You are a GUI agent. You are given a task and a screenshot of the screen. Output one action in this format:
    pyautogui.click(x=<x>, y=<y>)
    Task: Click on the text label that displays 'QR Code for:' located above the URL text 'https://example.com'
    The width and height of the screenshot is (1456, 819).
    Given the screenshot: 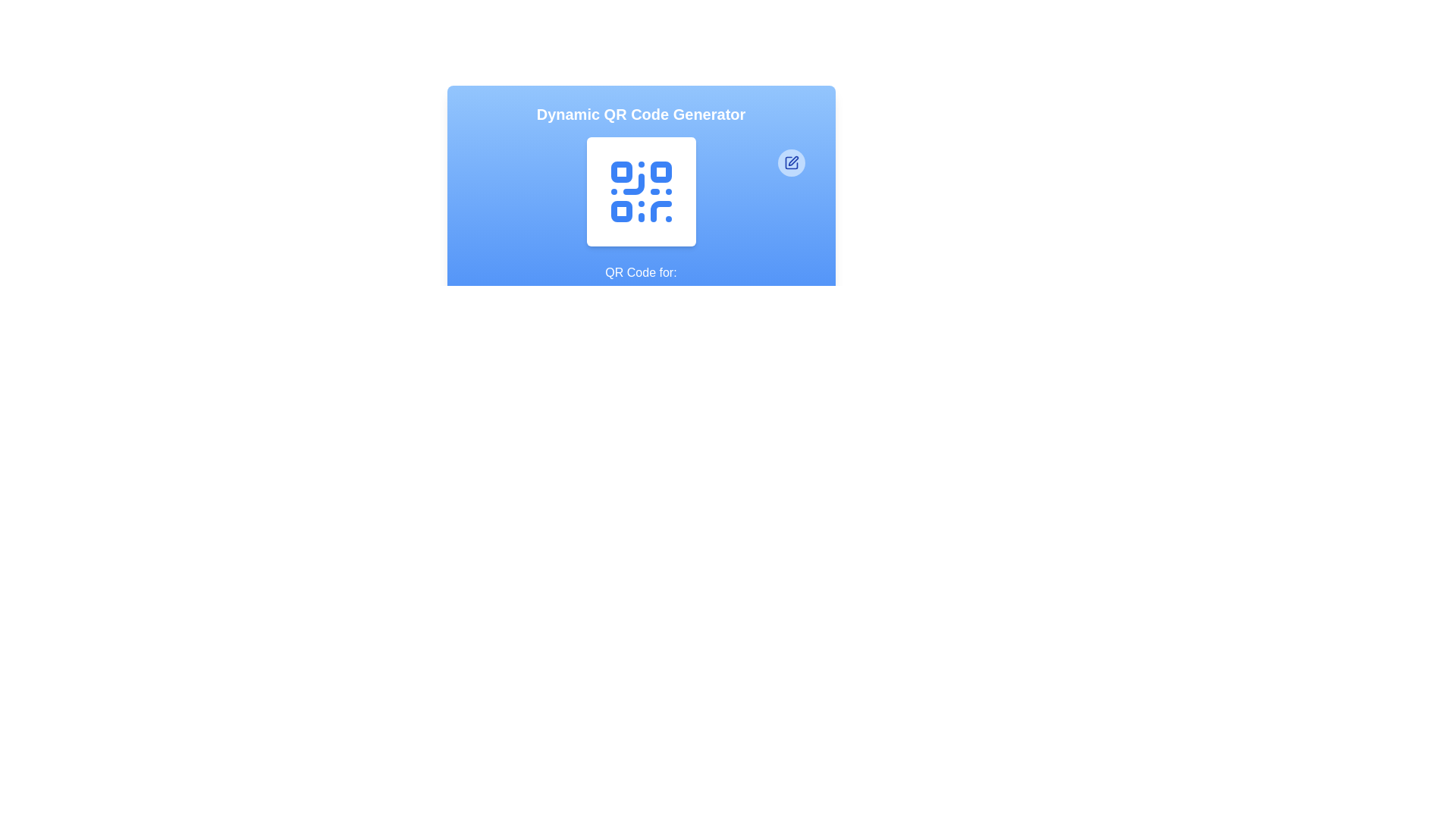 What is the action you would take?
    pyautogui.click(x=641, y=271)
    